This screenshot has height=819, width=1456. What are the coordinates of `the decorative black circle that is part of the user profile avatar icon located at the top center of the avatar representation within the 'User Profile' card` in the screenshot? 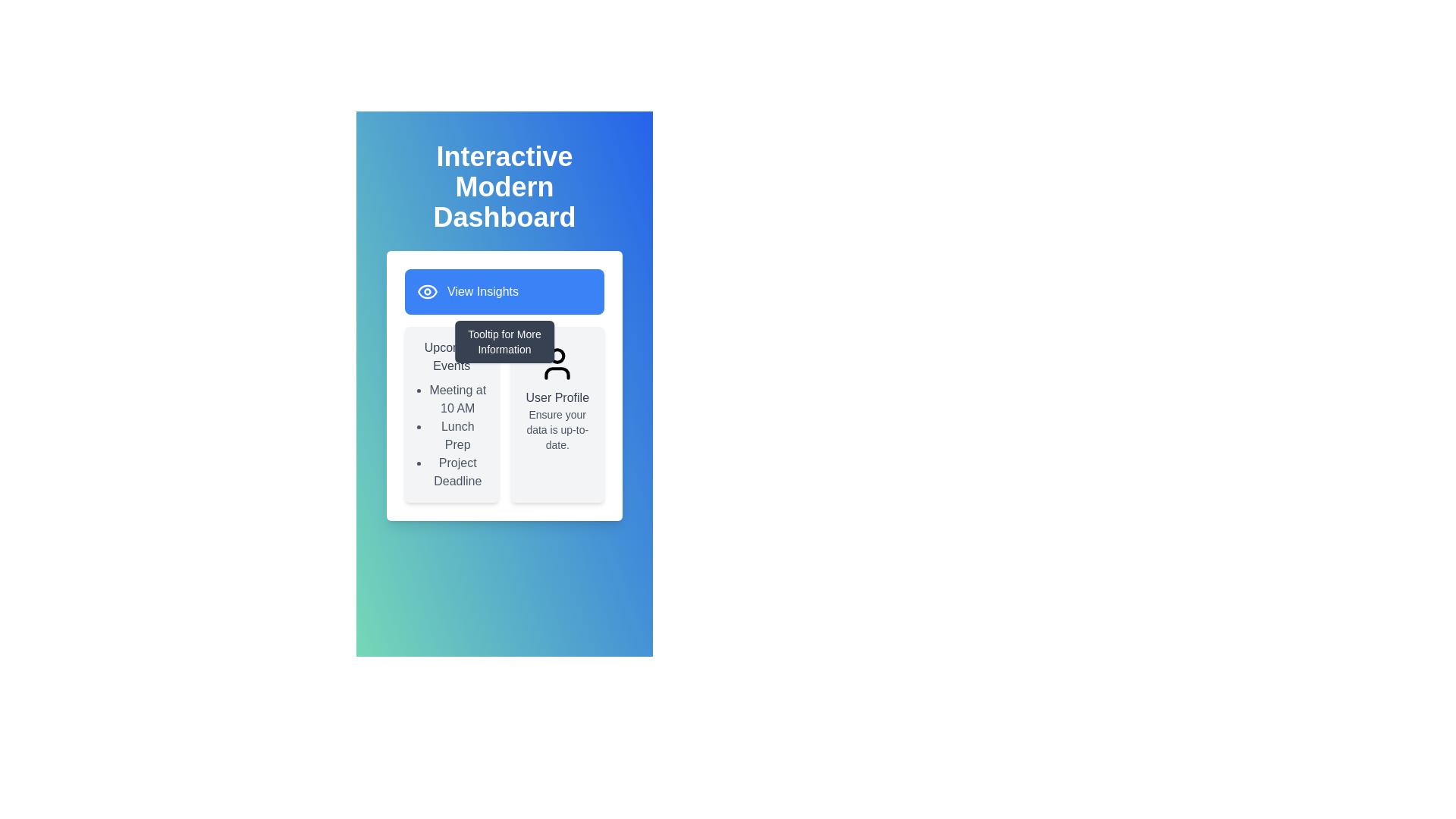 It's located at (557, 356).